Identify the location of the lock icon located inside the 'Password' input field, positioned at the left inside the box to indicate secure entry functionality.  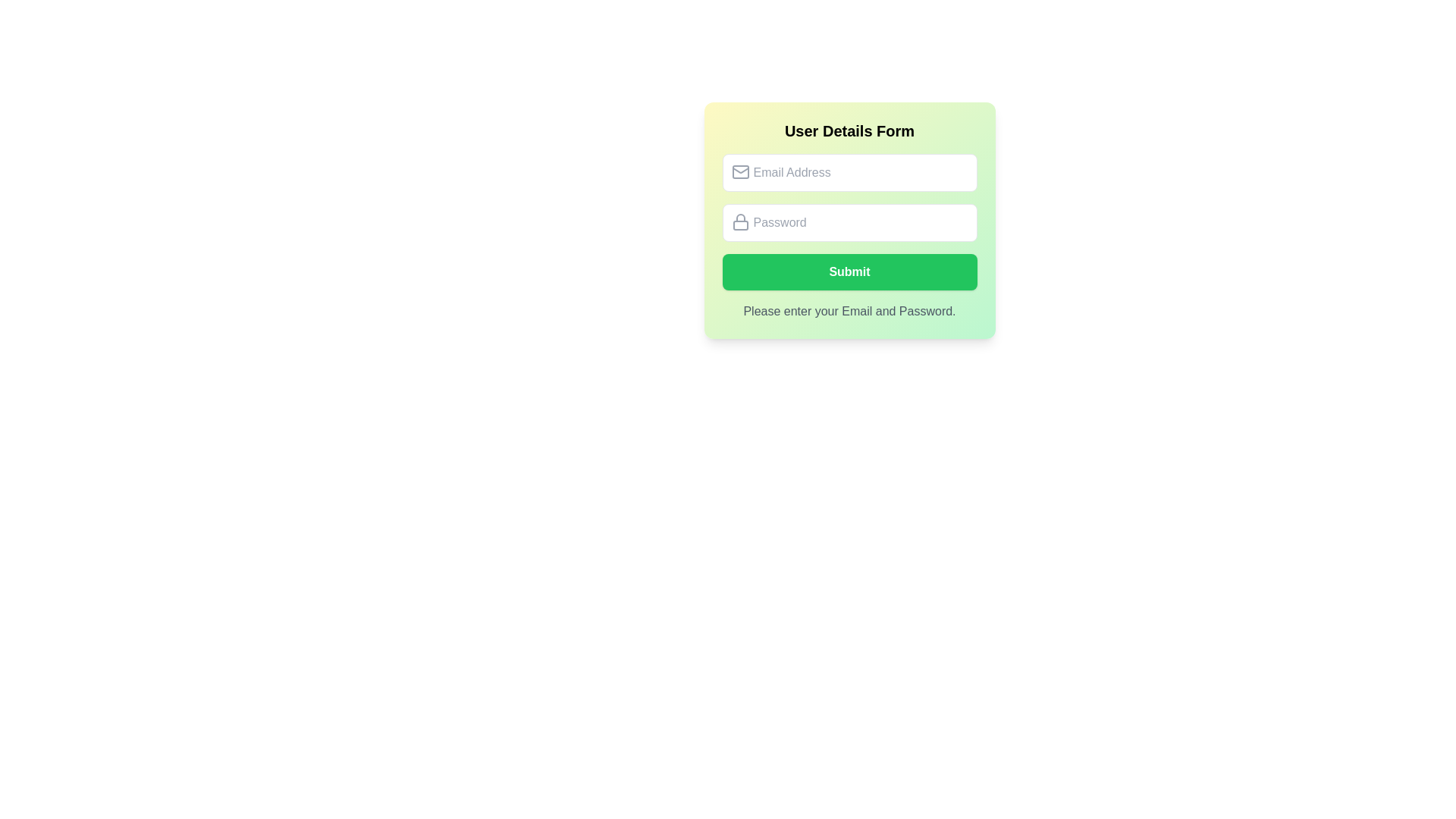
(740, 222).